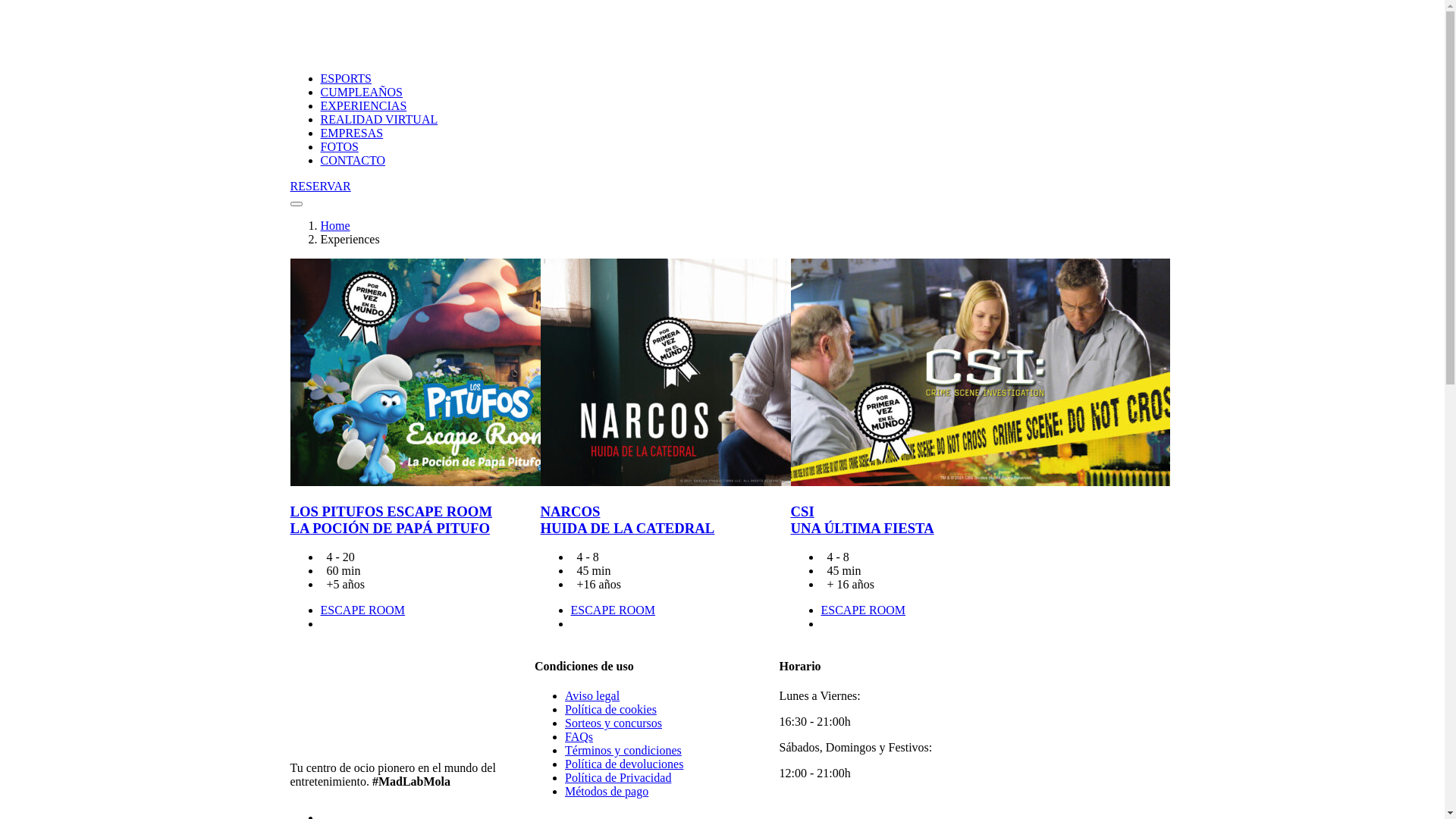  I want to click on 'CONTACTO', so click(352, 160).